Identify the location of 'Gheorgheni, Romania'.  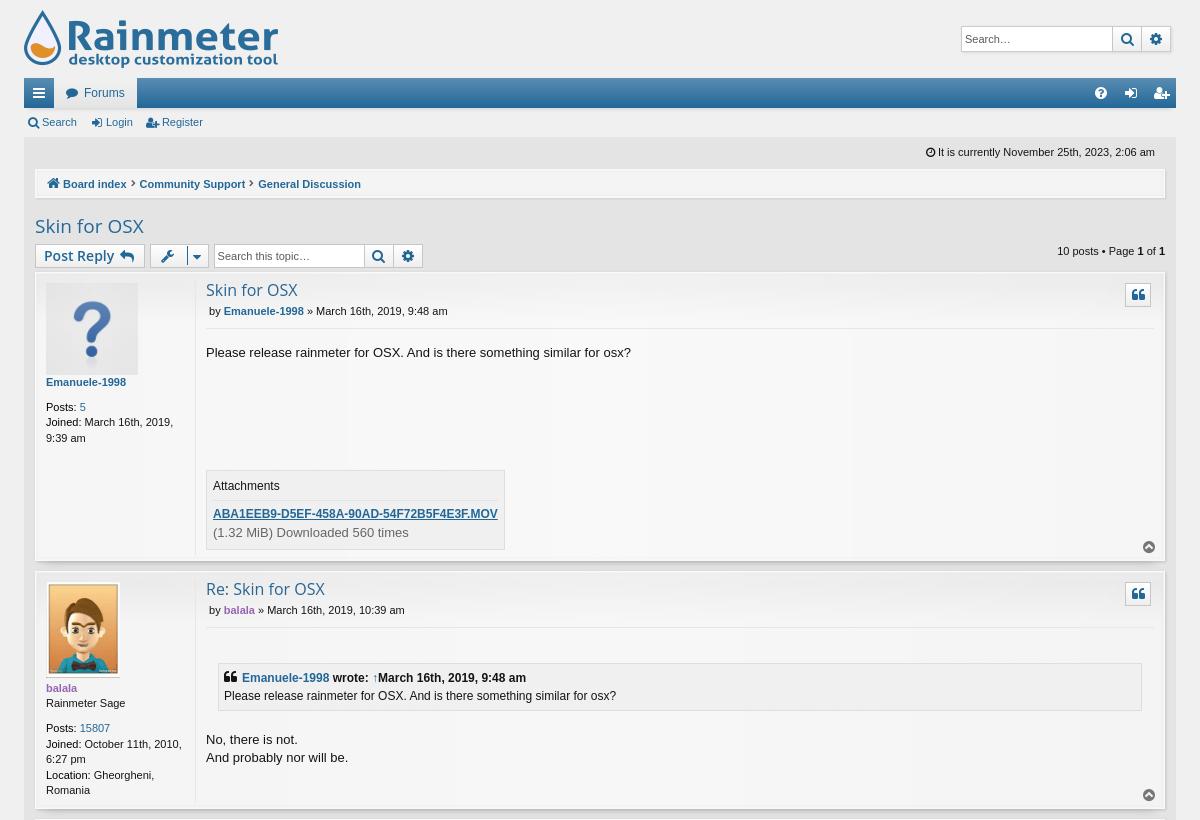
(99, 781).